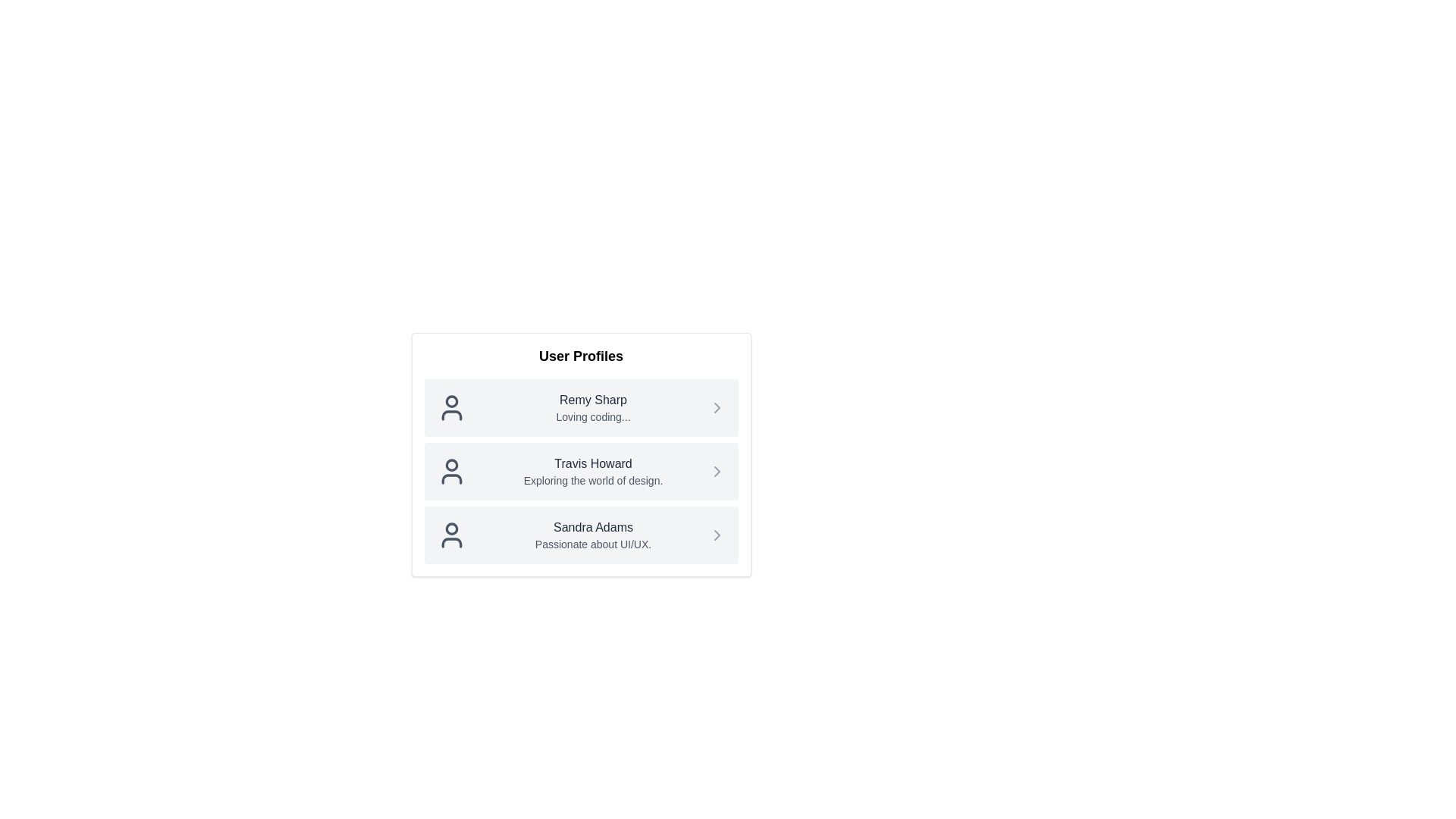 The image size is (1456, 819). I want to click on the Chevron icon associated with the first user profile entry for 'Remy Sharp', so click(716, 406).